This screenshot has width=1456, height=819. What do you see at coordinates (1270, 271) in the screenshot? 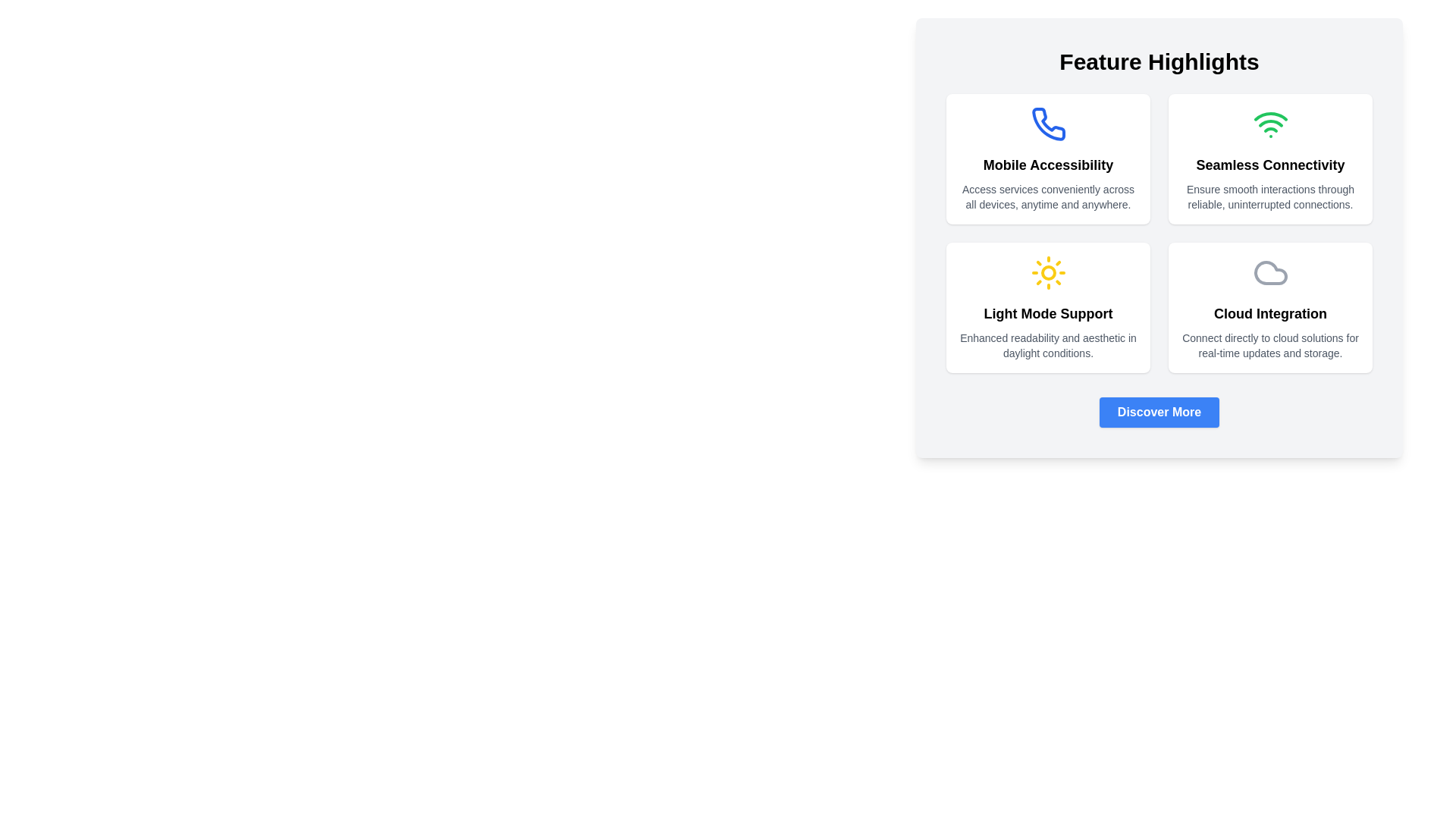
I see `the cloud icon, which is part of the 'Cloud Integration' information card located in the bottom right quadrant of the 'Feature Highlights' section` at bounding box center [1270, 271].